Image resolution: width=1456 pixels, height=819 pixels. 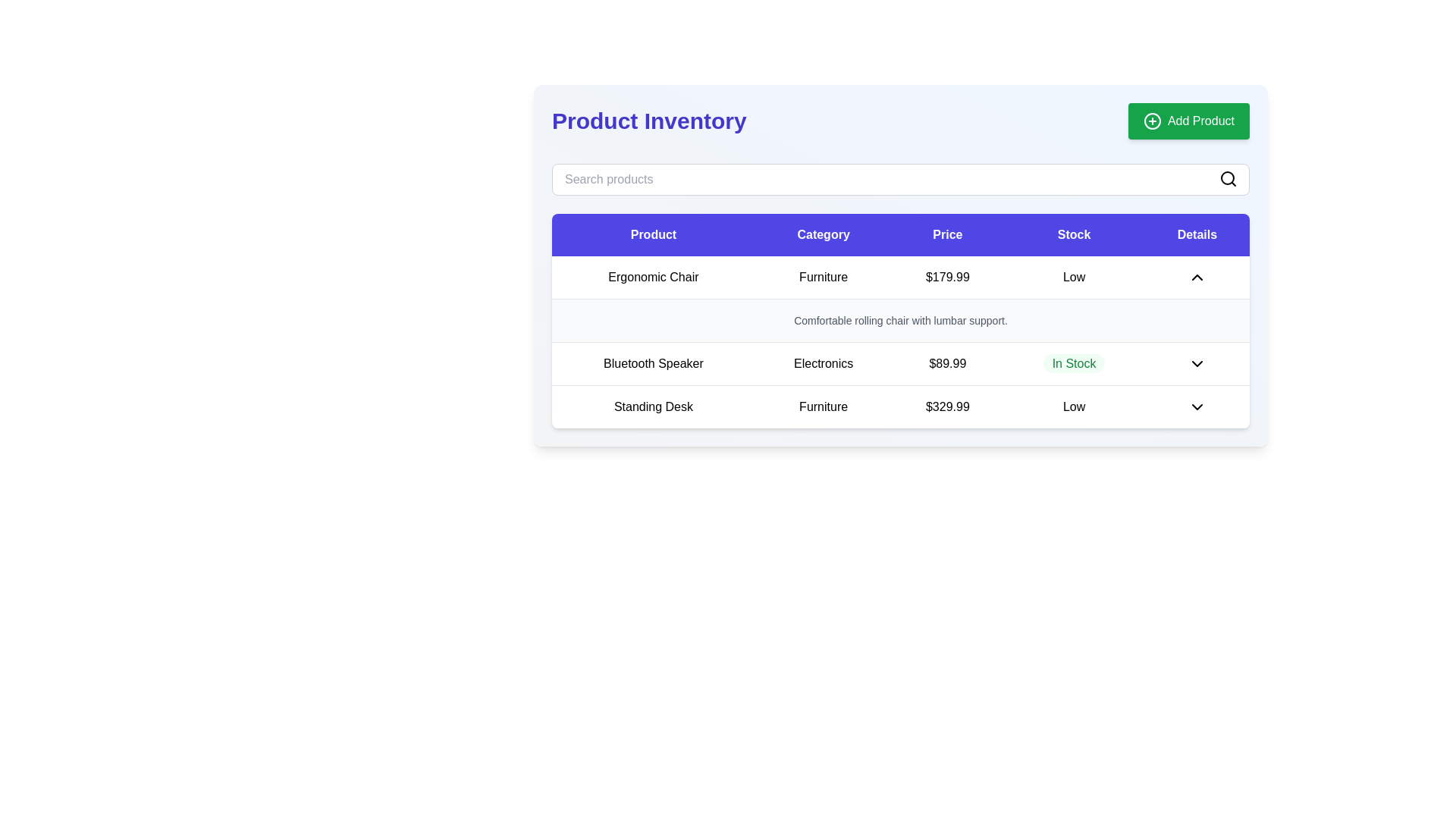 I want to click on the stock status label for the 'Bluetooth Speaker' product, which indicates its availability and is located in the 'Stock' column of the second row in a product information table, so click(x=1073, y=363).